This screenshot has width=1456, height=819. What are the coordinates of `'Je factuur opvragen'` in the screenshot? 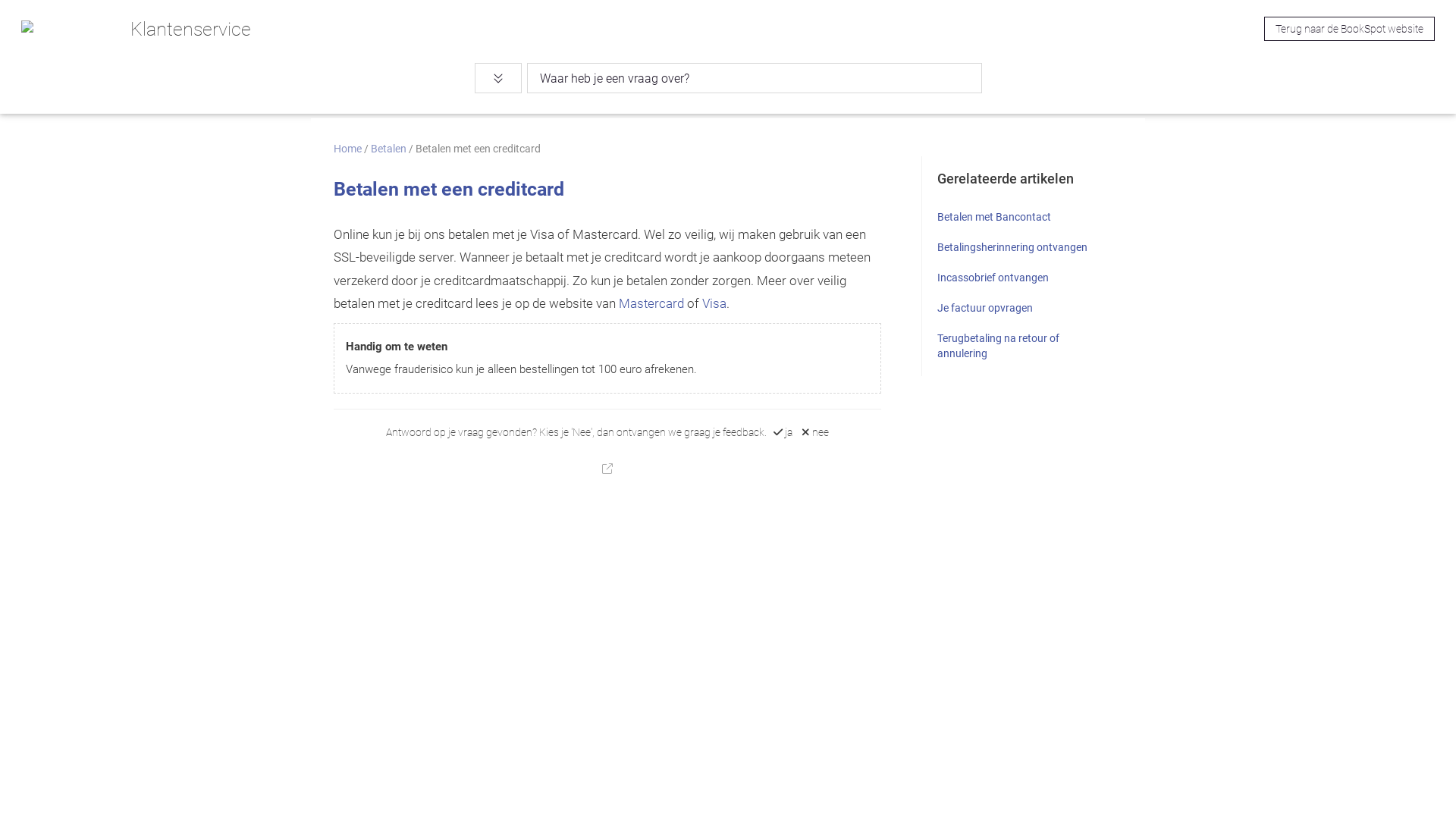 It's located at (985, 307).